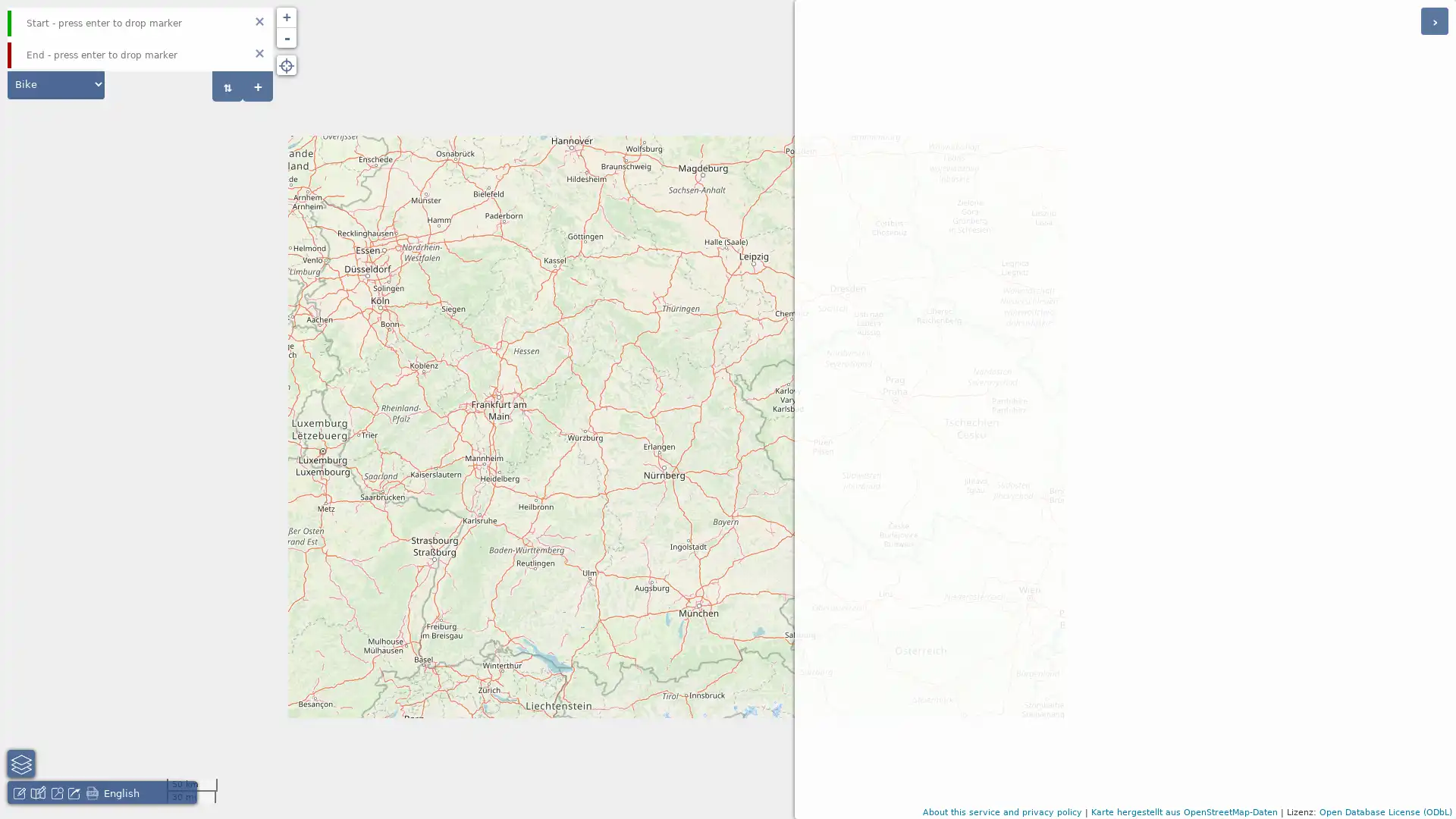 The image size is (1456, 819). I want to click on +, so click(258, 86).